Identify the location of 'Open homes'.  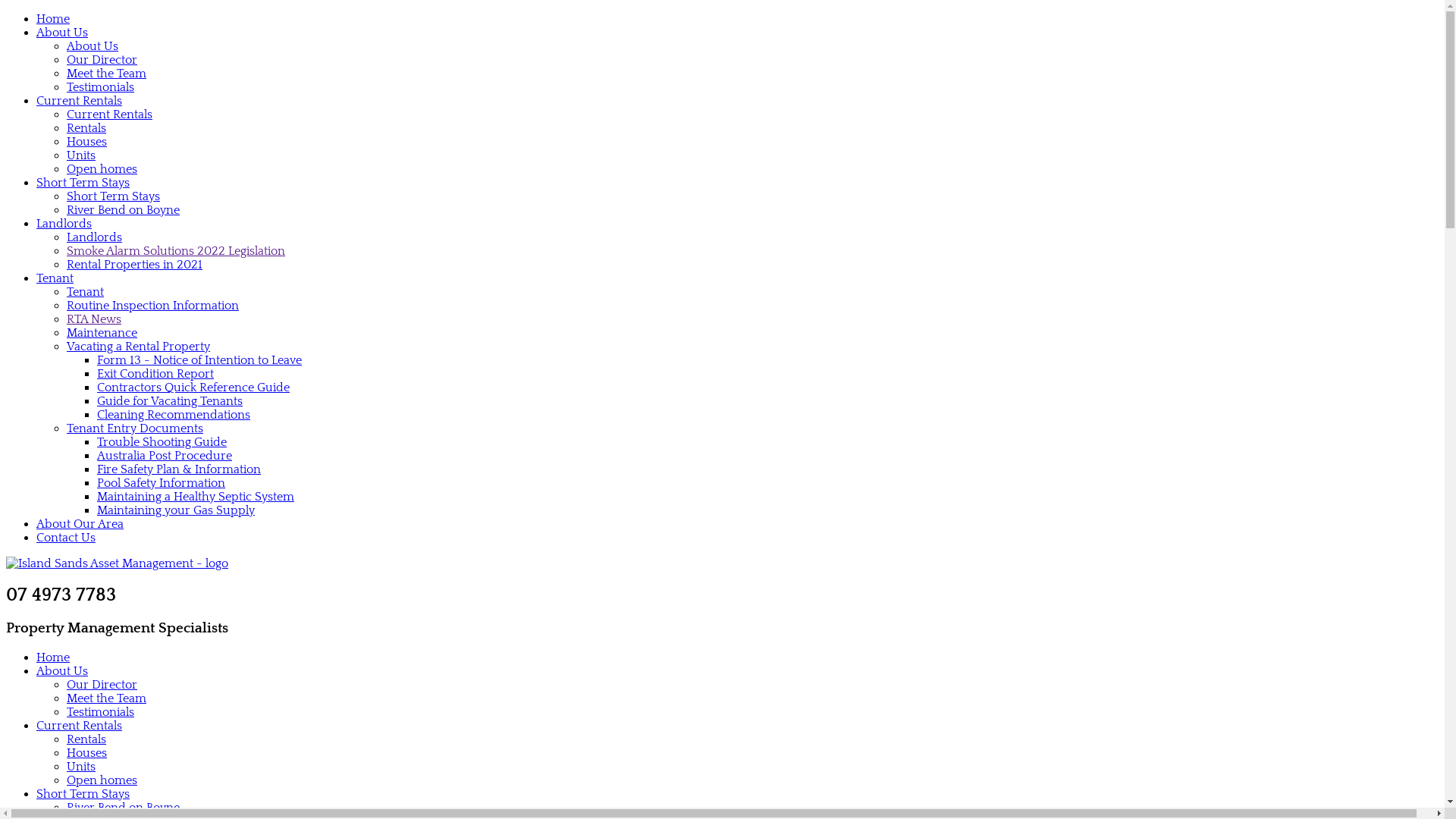
(101, 780).